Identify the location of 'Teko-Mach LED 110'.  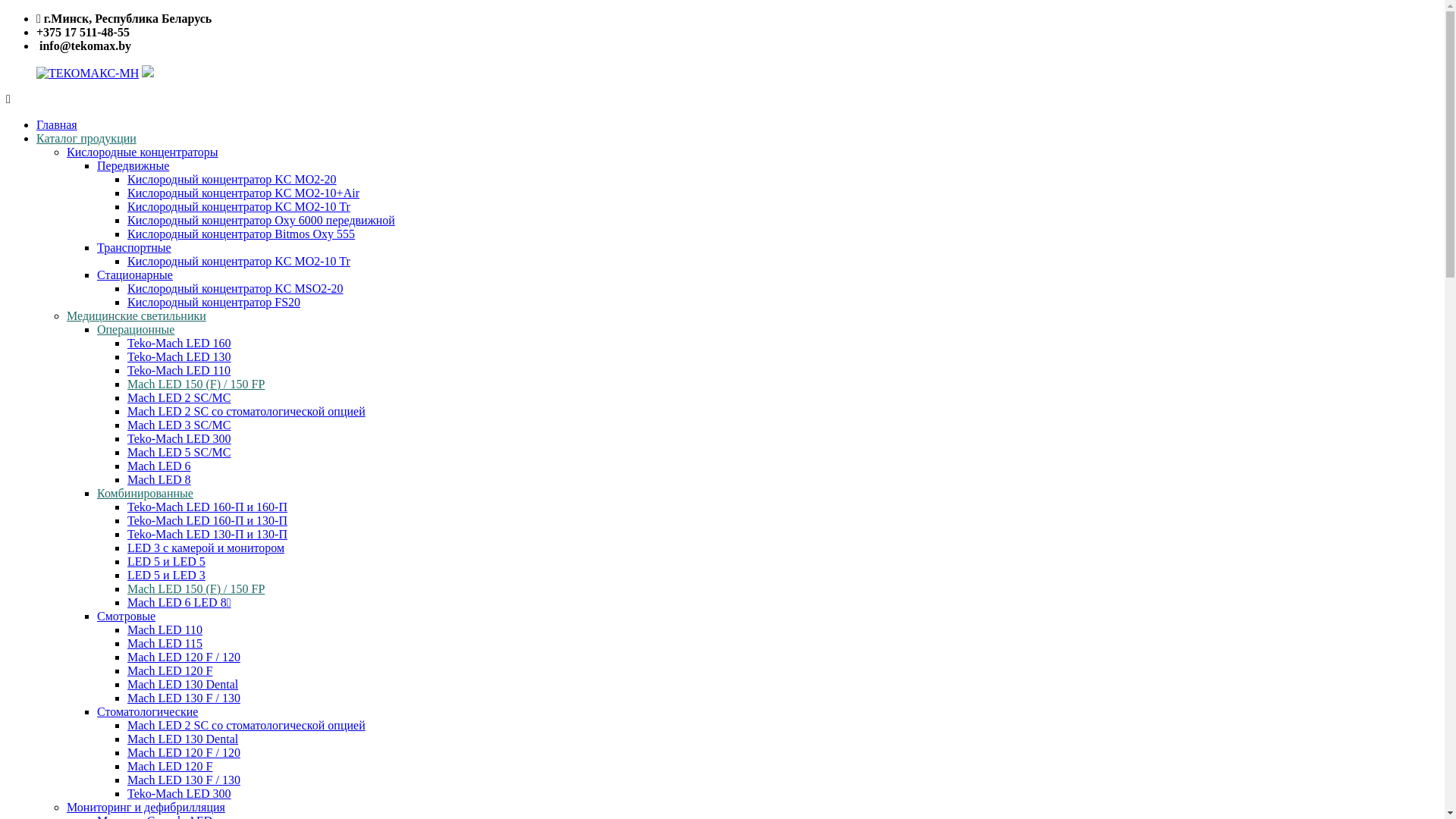
(178, 370).